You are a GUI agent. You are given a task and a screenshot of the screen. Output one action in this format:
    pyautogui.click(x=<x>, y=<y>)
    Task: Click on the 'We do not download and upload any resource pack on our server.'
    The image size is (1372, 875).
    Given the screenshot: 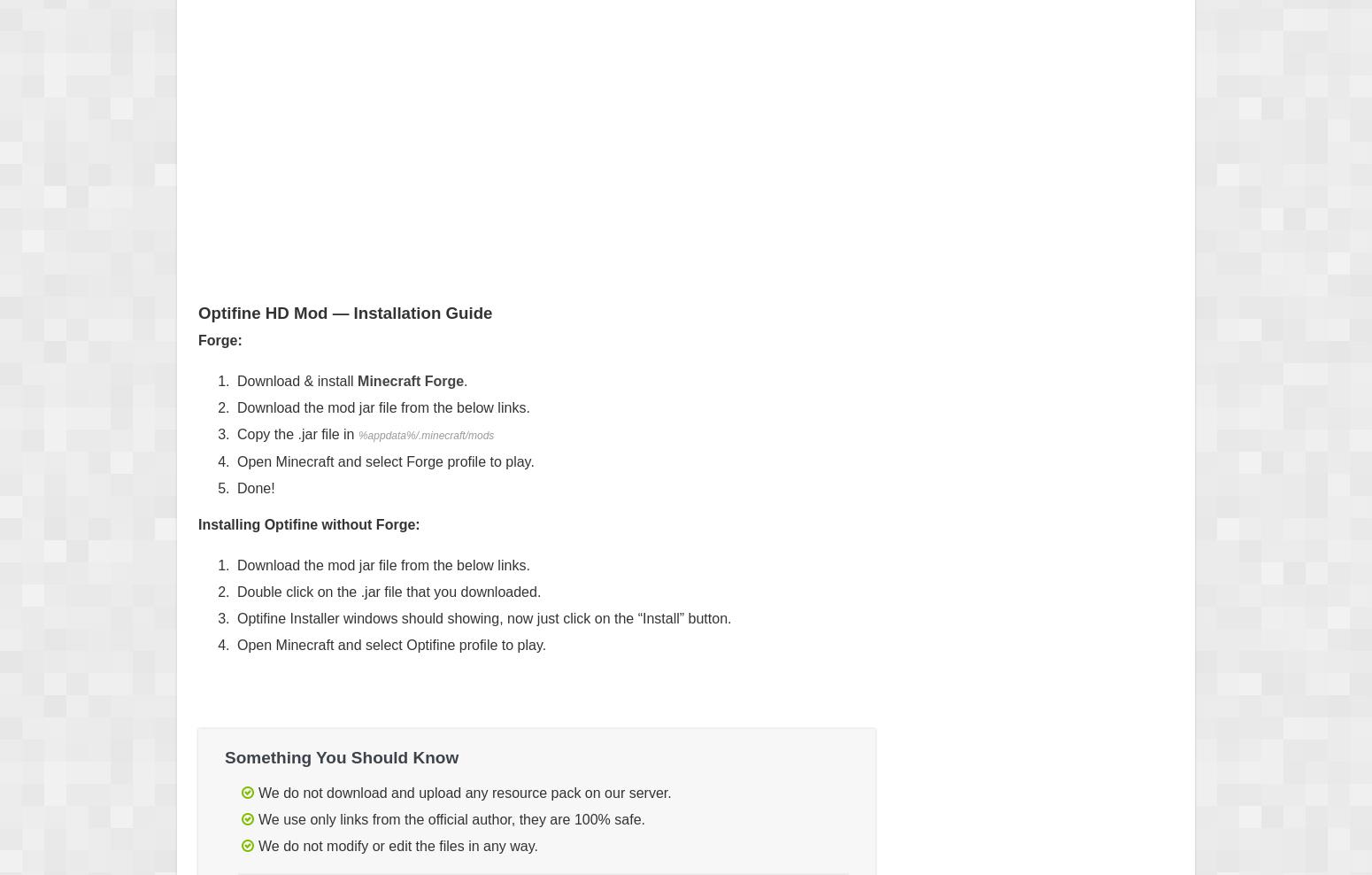 What is the action you would take?
    pyautogui.click(x=463, y=792)
    